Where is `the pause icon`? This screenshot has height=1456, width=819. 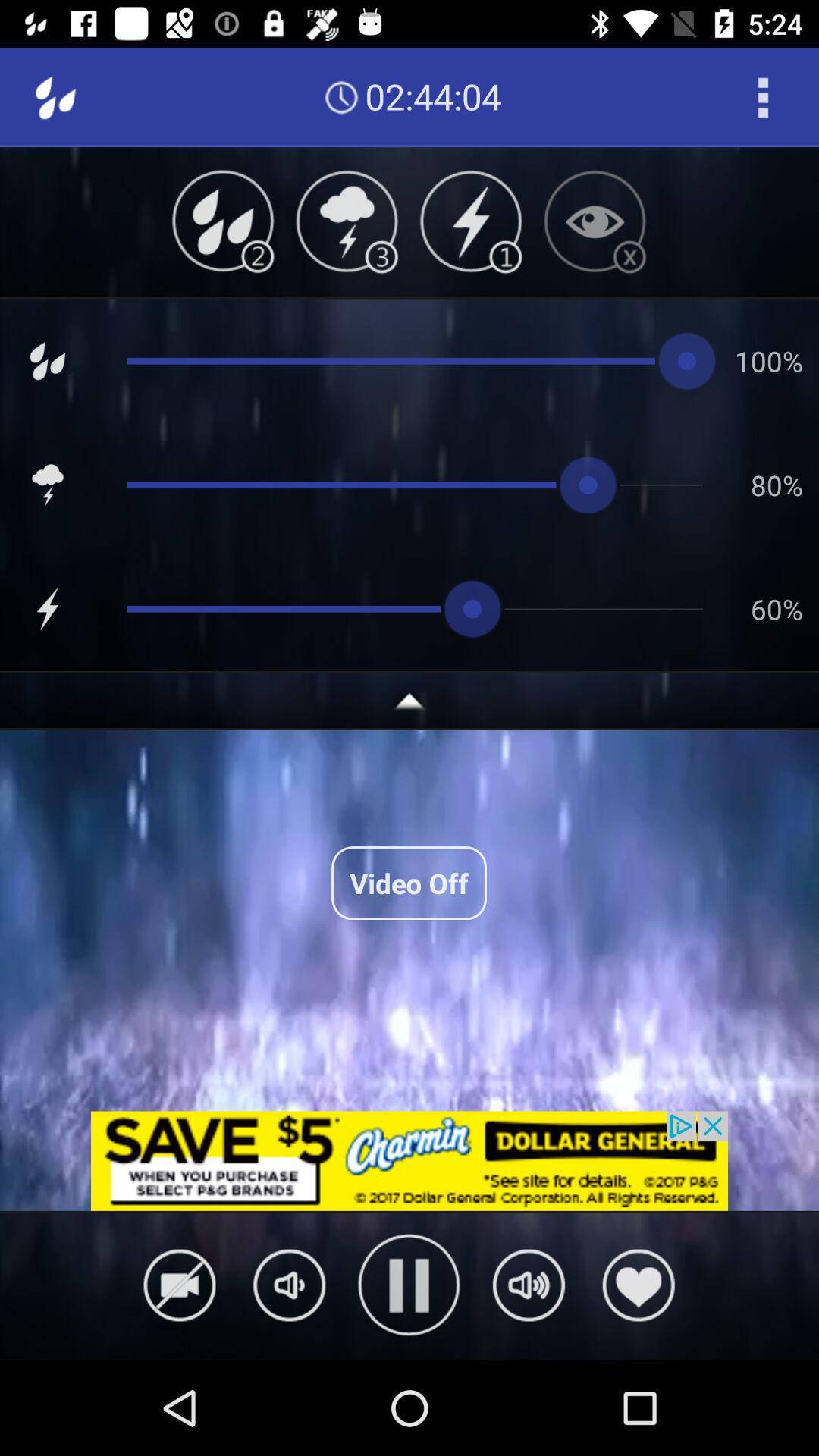
the pause icon is located at coordinates (408, 1285).